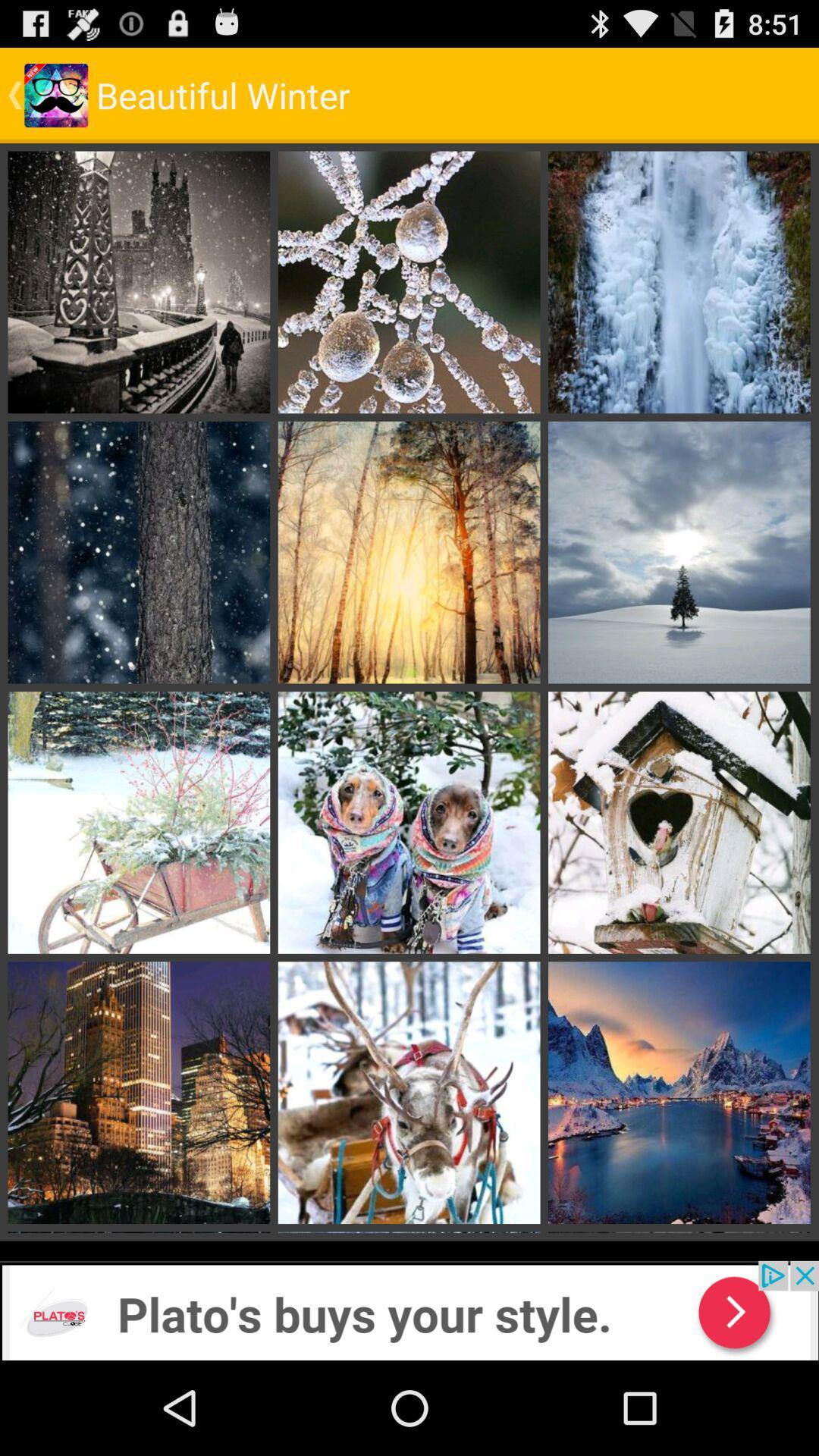  I want to click on advertisement website, so click(409, 1310).